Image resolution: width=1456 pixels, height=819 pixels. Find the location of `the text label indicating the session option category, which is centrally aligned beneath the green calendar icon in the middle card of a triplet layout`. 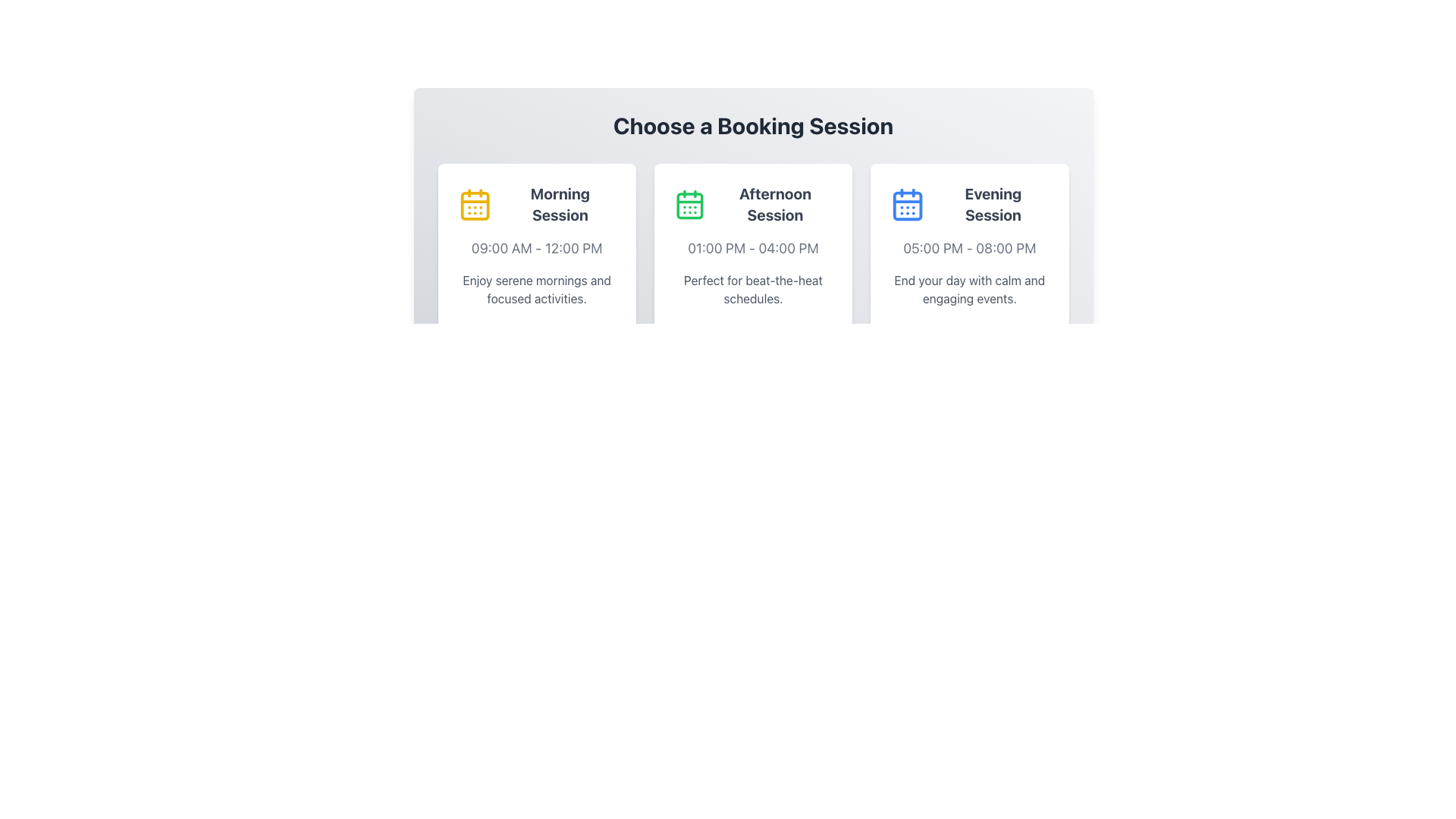

the text label indicating the session option category, which is centrally aligned beneath the green calendar icon in the middle card of a triplet layout is located at coordinates (775, 205).